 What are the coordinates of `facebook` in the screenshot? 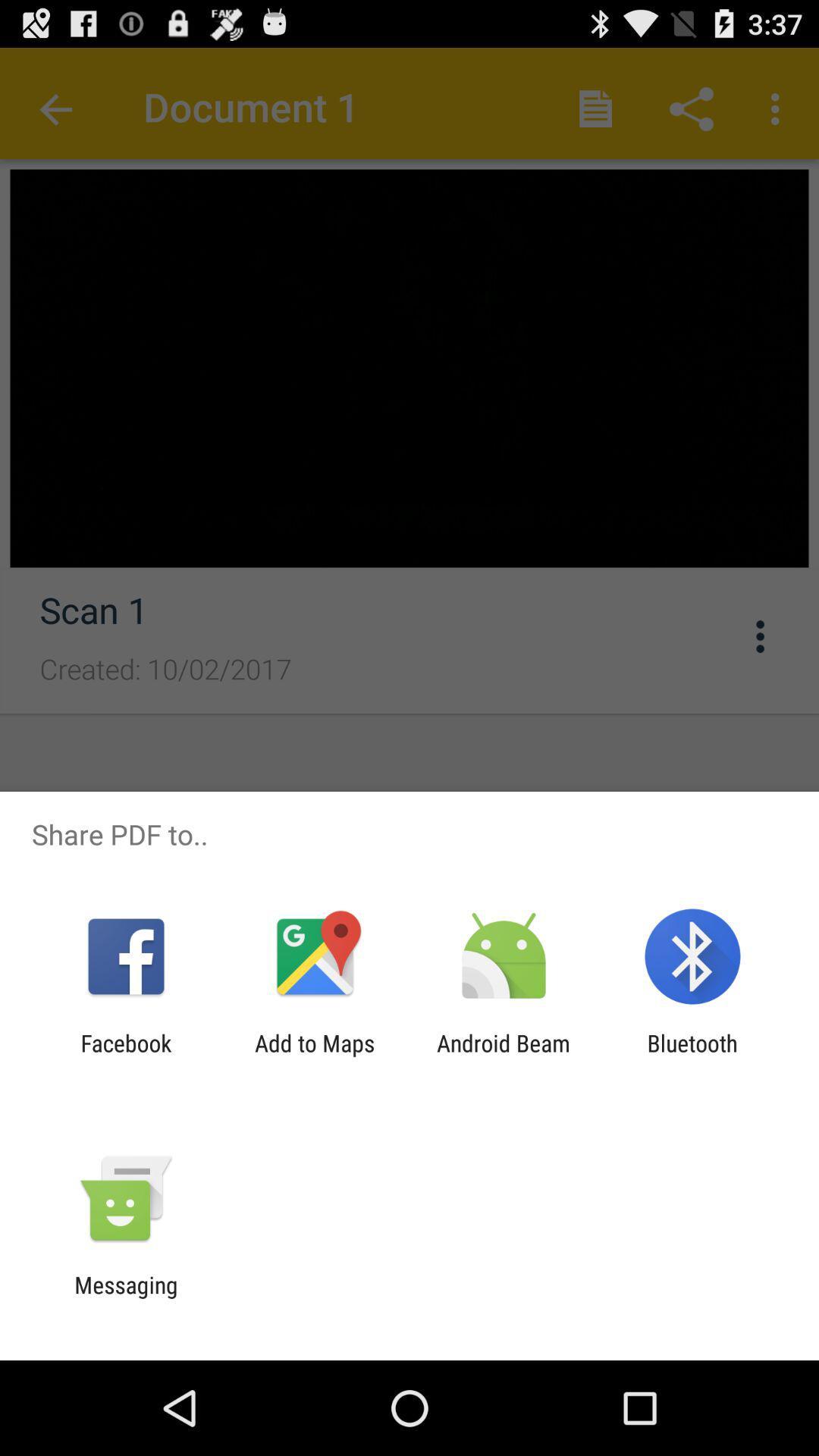 It's located at (125, 1056).